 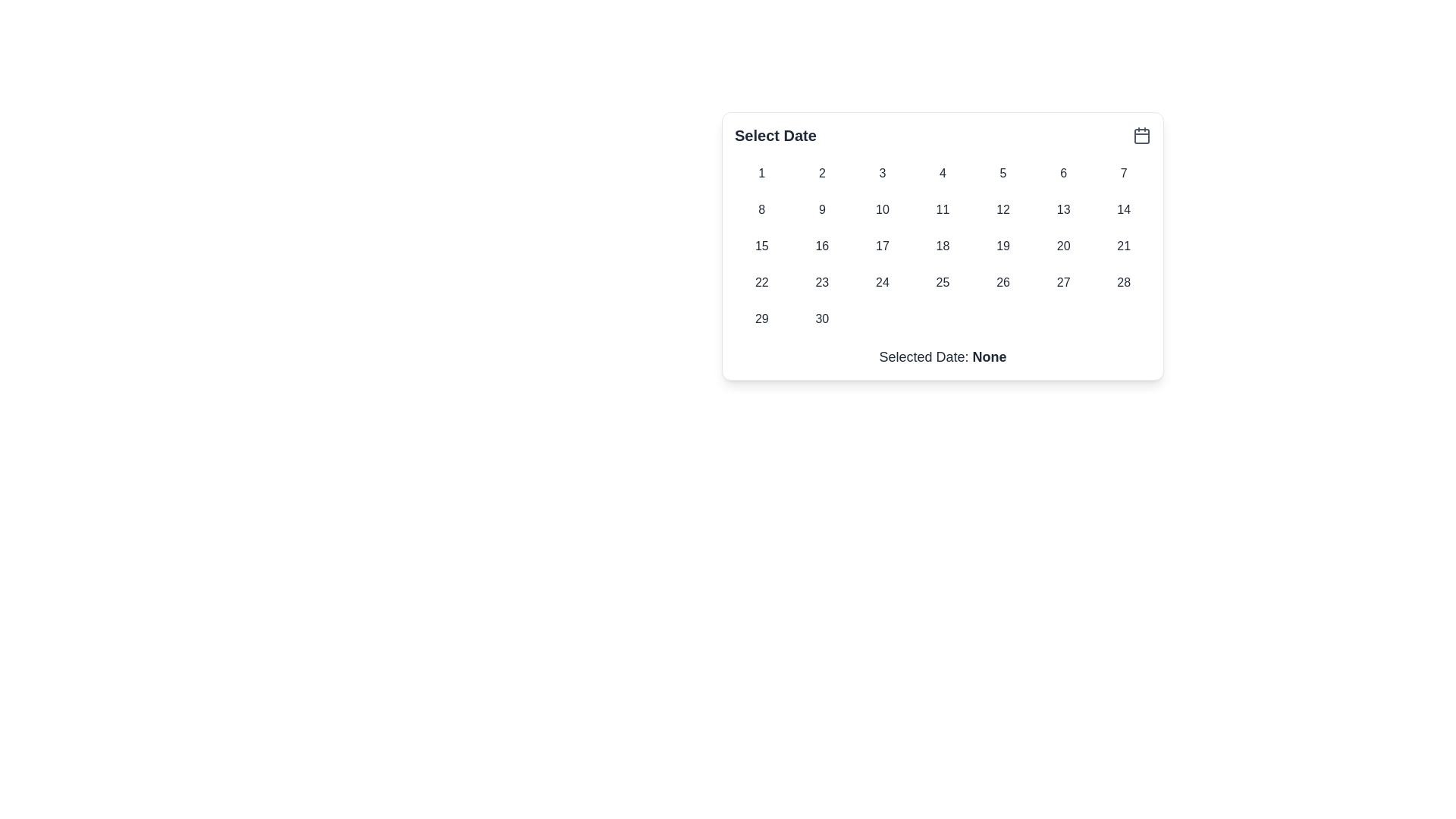 What do you see at coordinates (1062, 283) in the screenshot?
I see `the button in the calendar grid that allows the user to select the date 27, located in the seventh column of the fourth row under the 'Select Date' header` at bounding box center [1062, 283].